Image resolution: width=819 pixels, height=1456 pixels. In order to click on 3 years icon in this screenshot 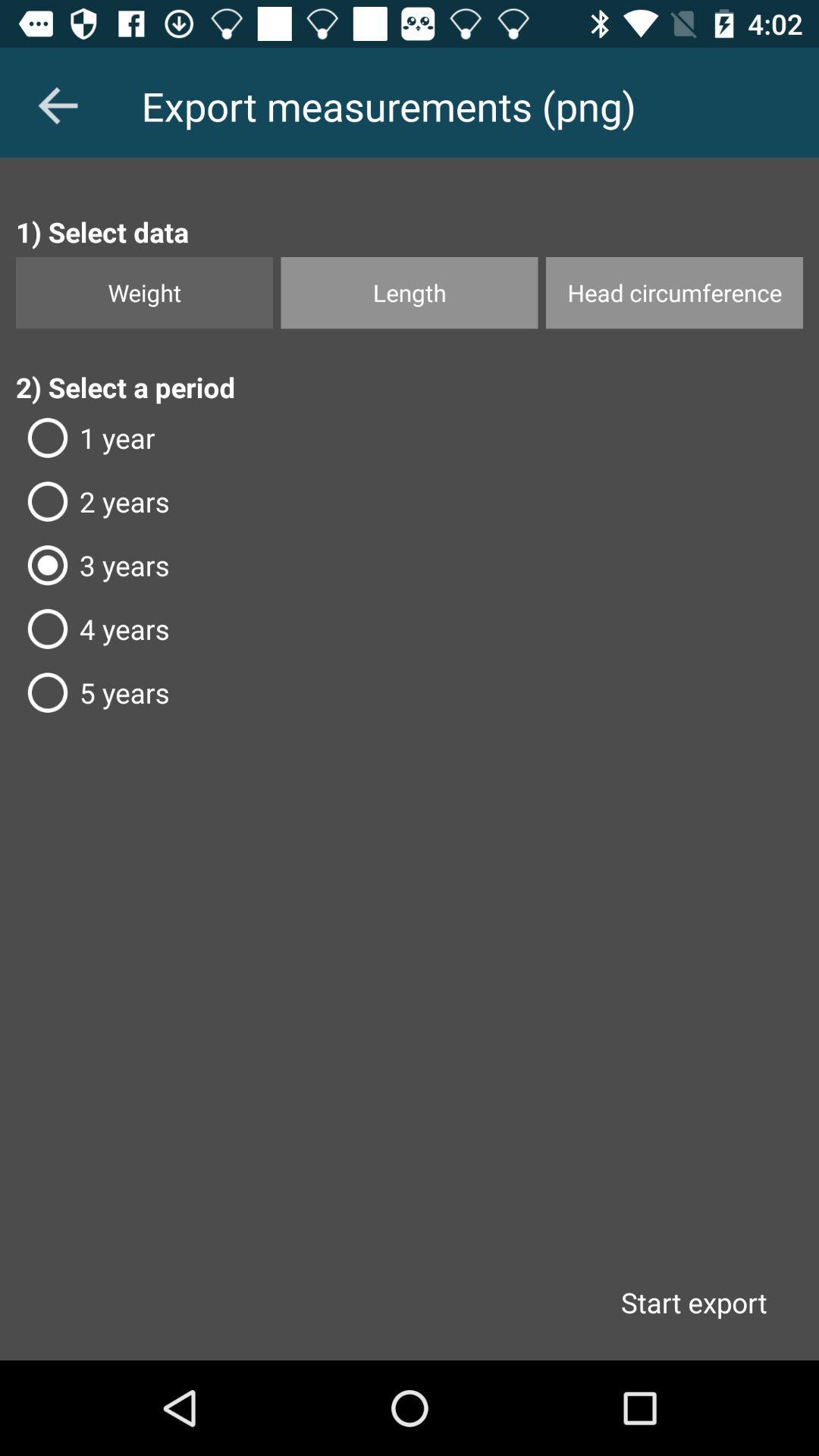, I will do `click(409, 564)`.